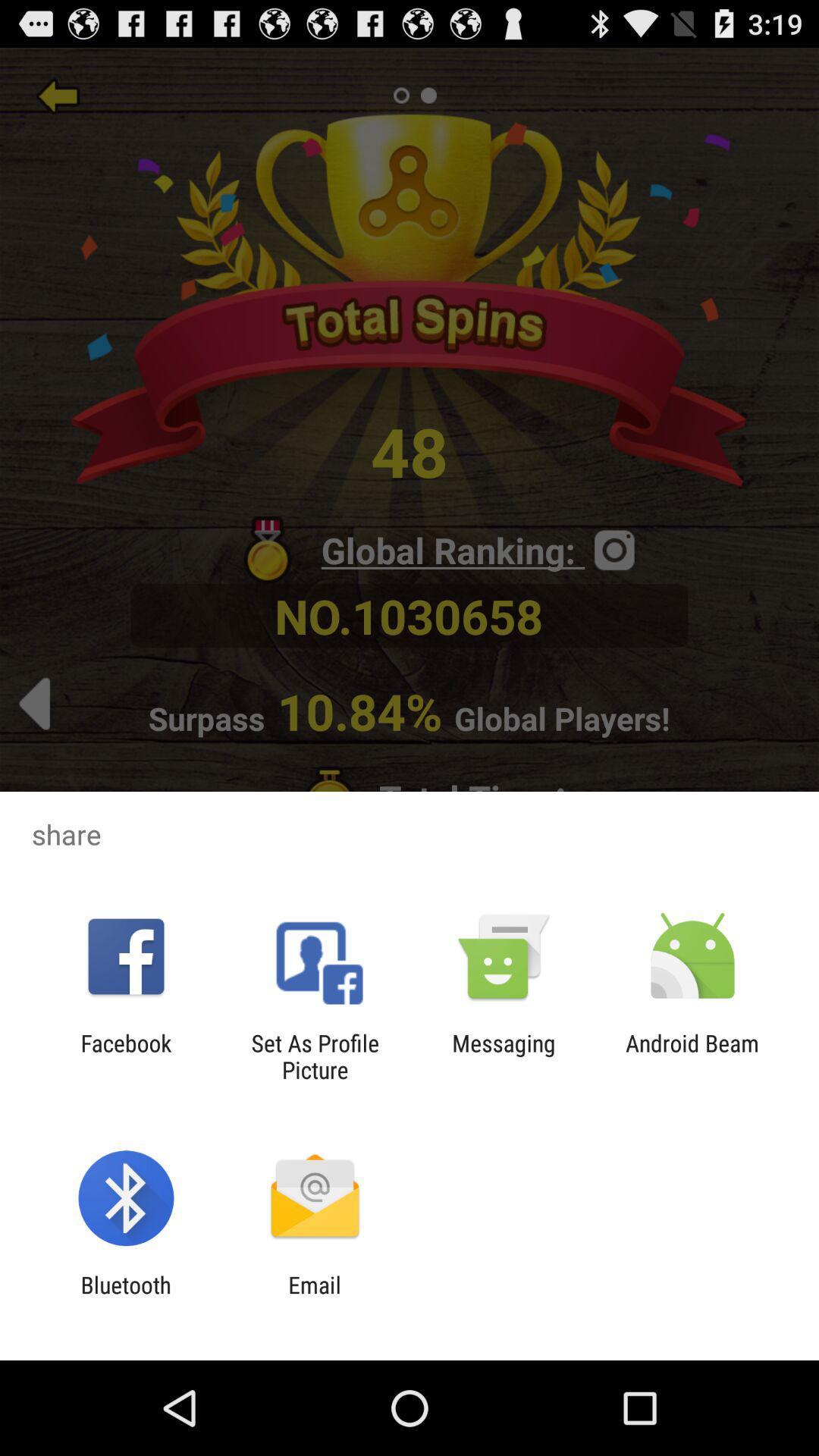 Image resolution: width=819 pixels, height=1456 pixels. What do you see at coordinates (125, 1298) in the screenshot?
I see `bluetooth icon` at bounding box center [125, 1298].